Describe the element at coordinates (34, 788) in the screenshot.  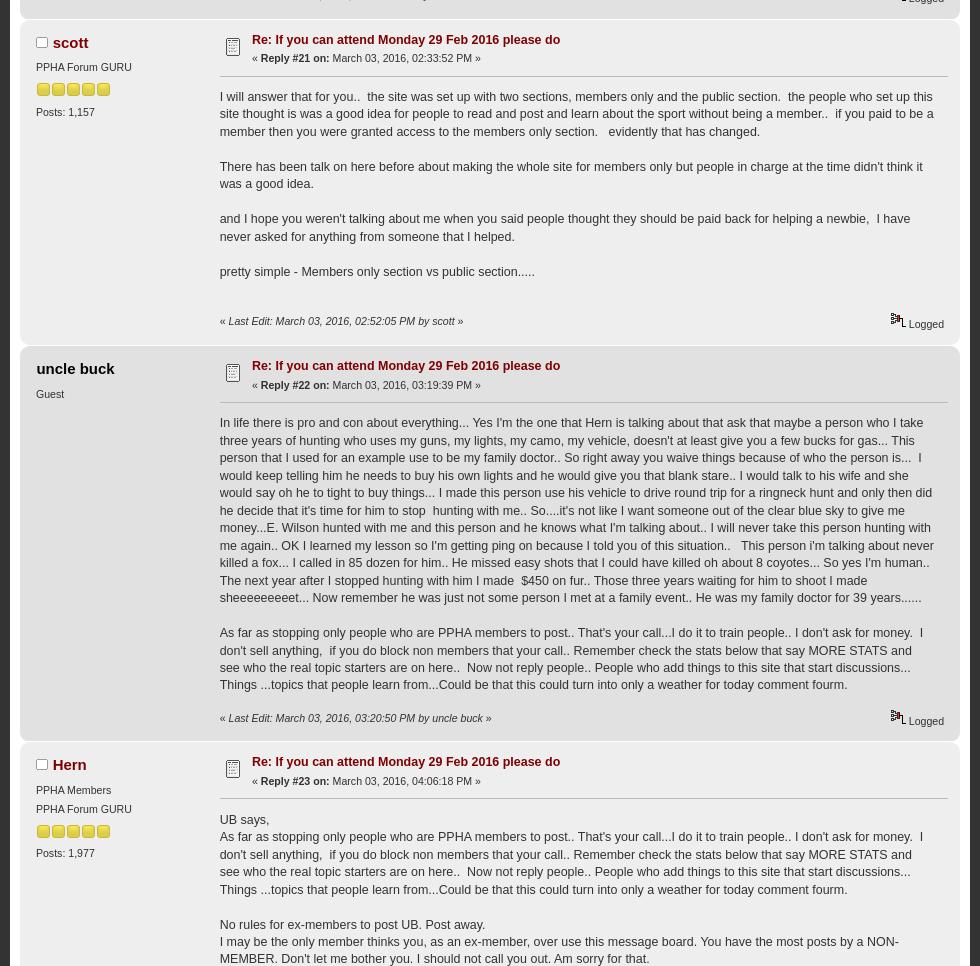
I see `'PPHA Members'` at that location.